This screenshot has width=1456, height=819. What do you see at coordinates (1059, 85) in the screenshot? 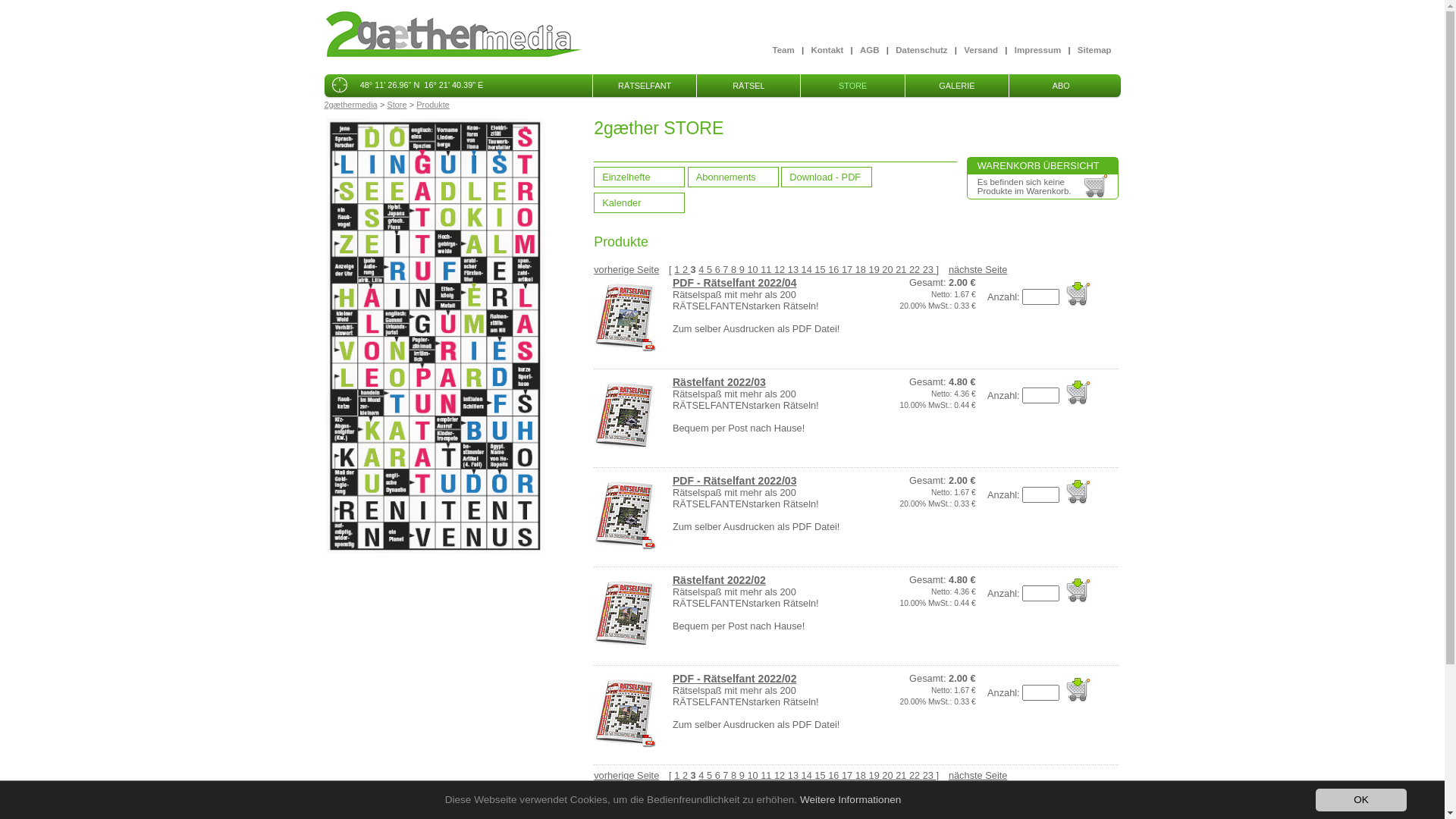
I see `'ABO'` at bounding box center [1059, 85].